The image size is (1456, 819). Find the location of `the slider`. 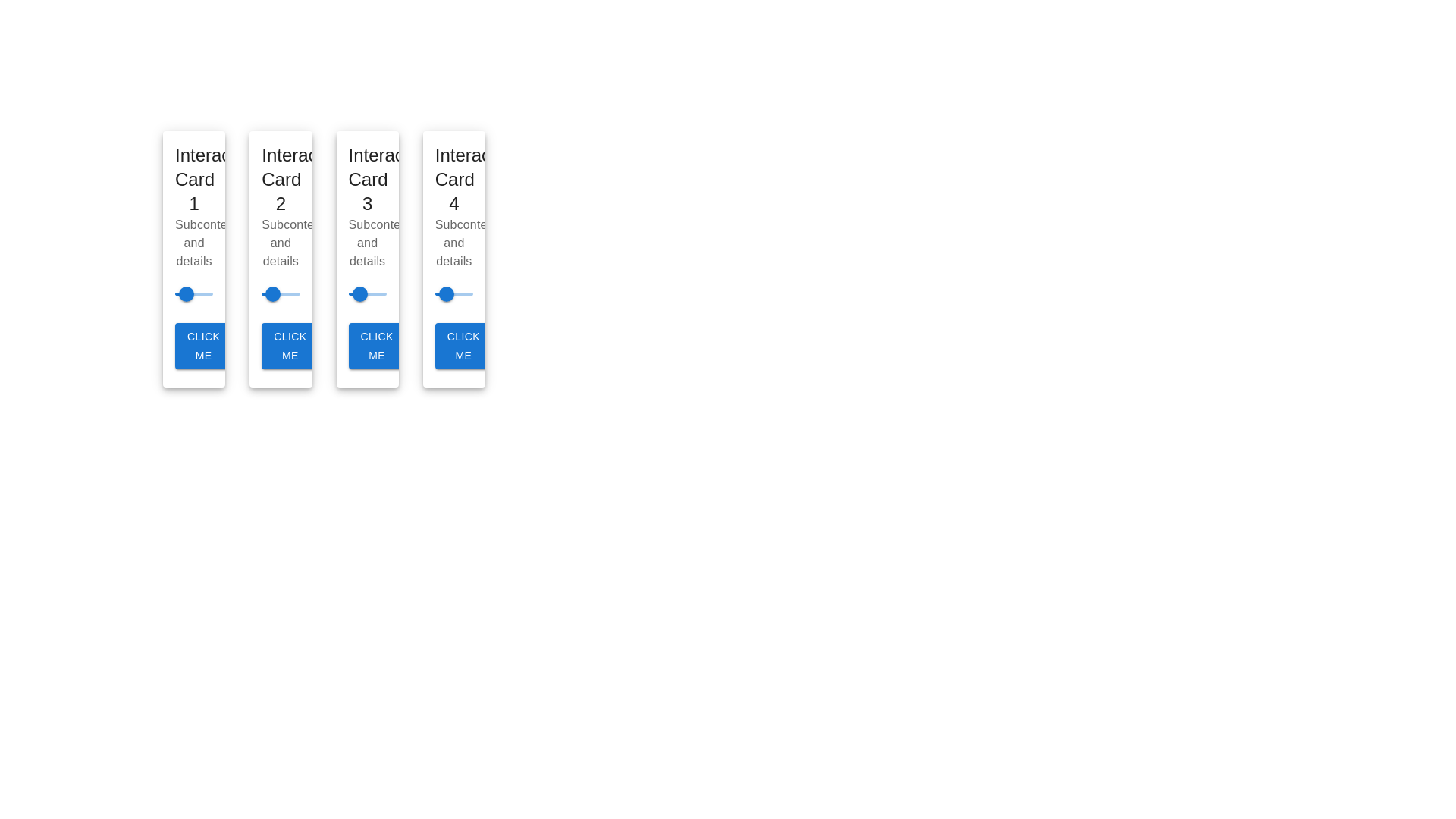

the slider is located at coordinates (278, 294).